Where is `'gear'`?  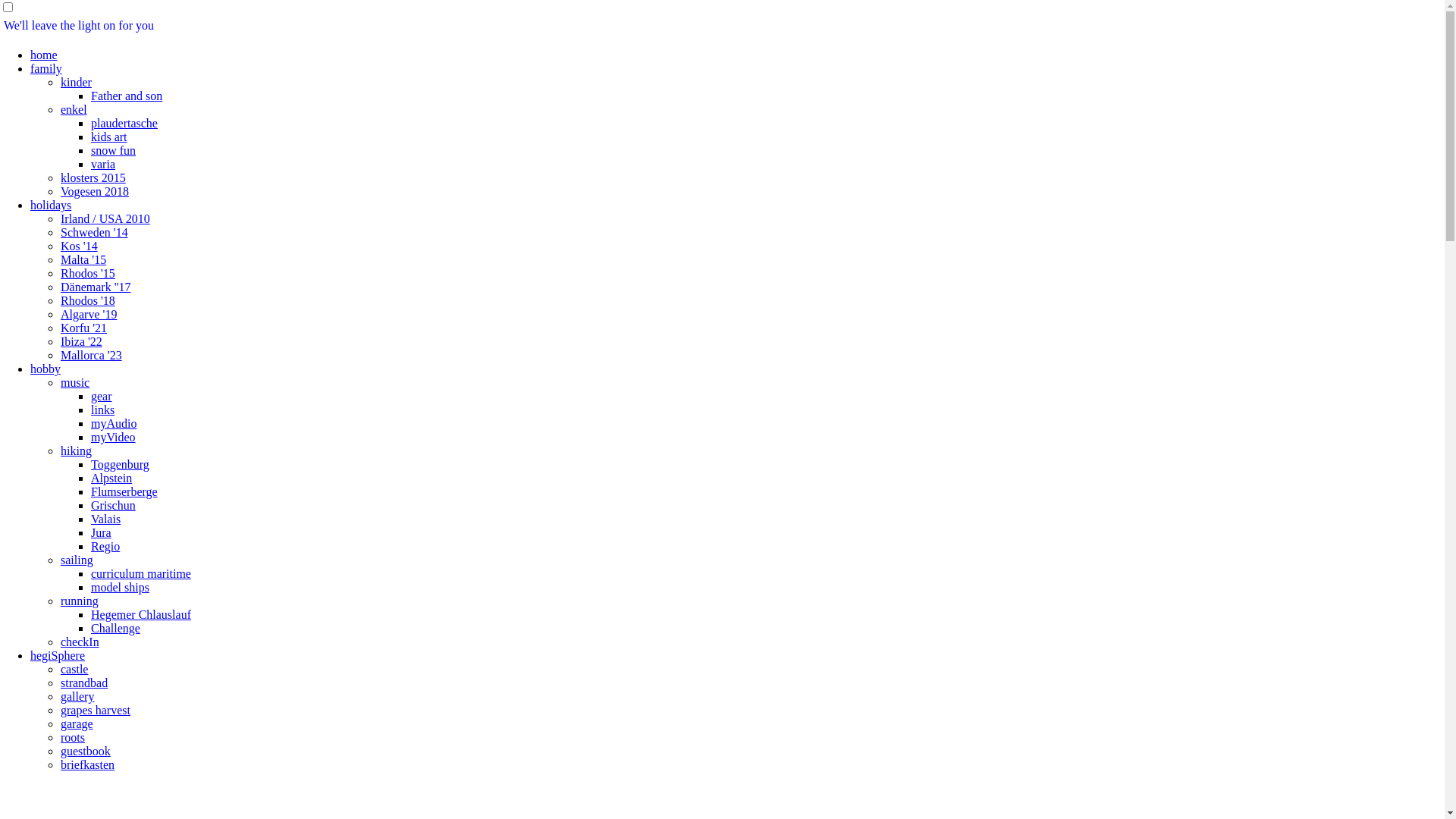 'gear' is located at coordinates (101, 395).